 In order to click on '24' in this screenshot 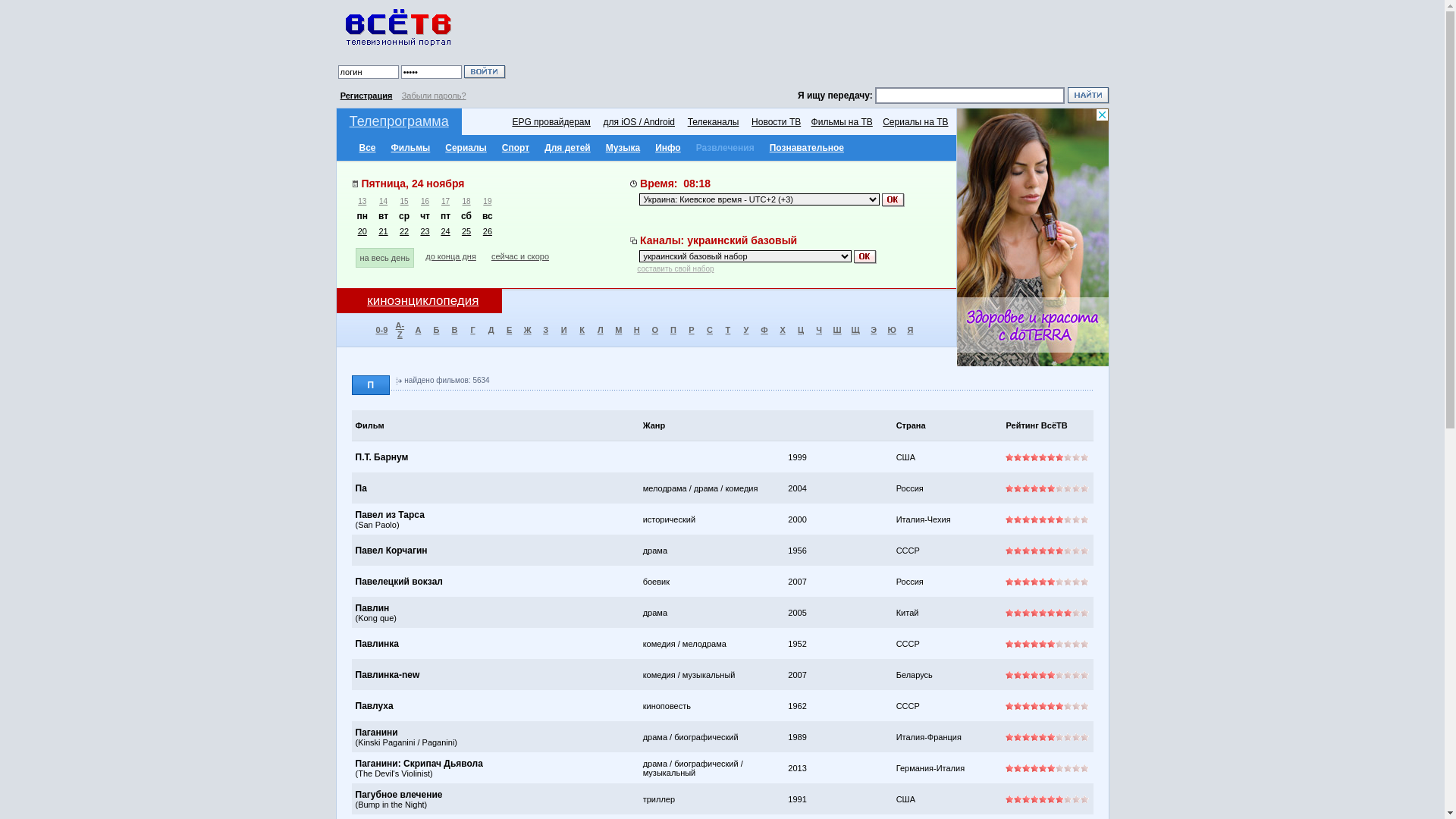, I will do `click(444, 231)`.